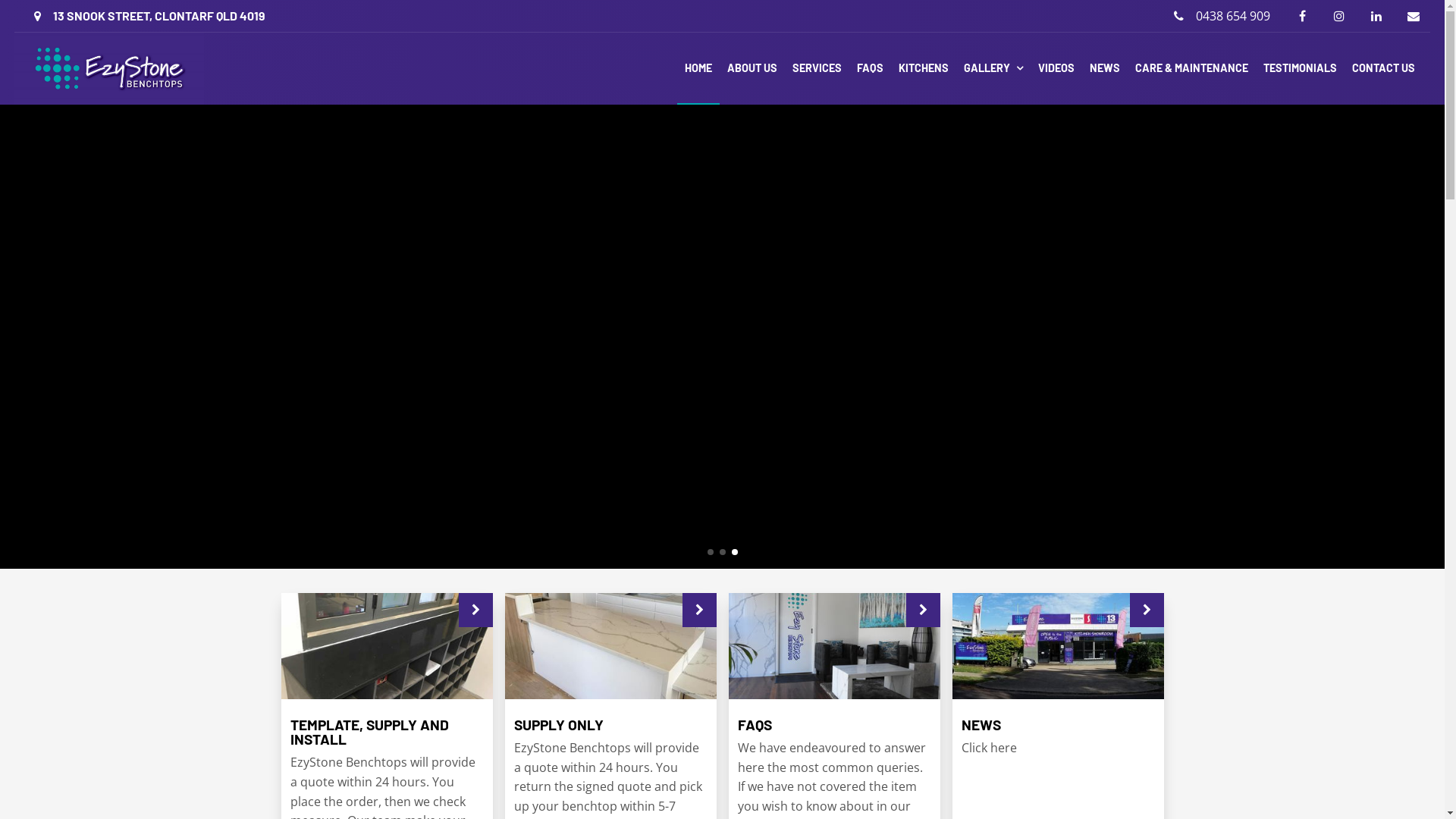 The image size is (1456, 819). Describe the element at coordinates (1191, 68) in the screenshot. I see `'CARE & MAINTENANCE'` at that location.